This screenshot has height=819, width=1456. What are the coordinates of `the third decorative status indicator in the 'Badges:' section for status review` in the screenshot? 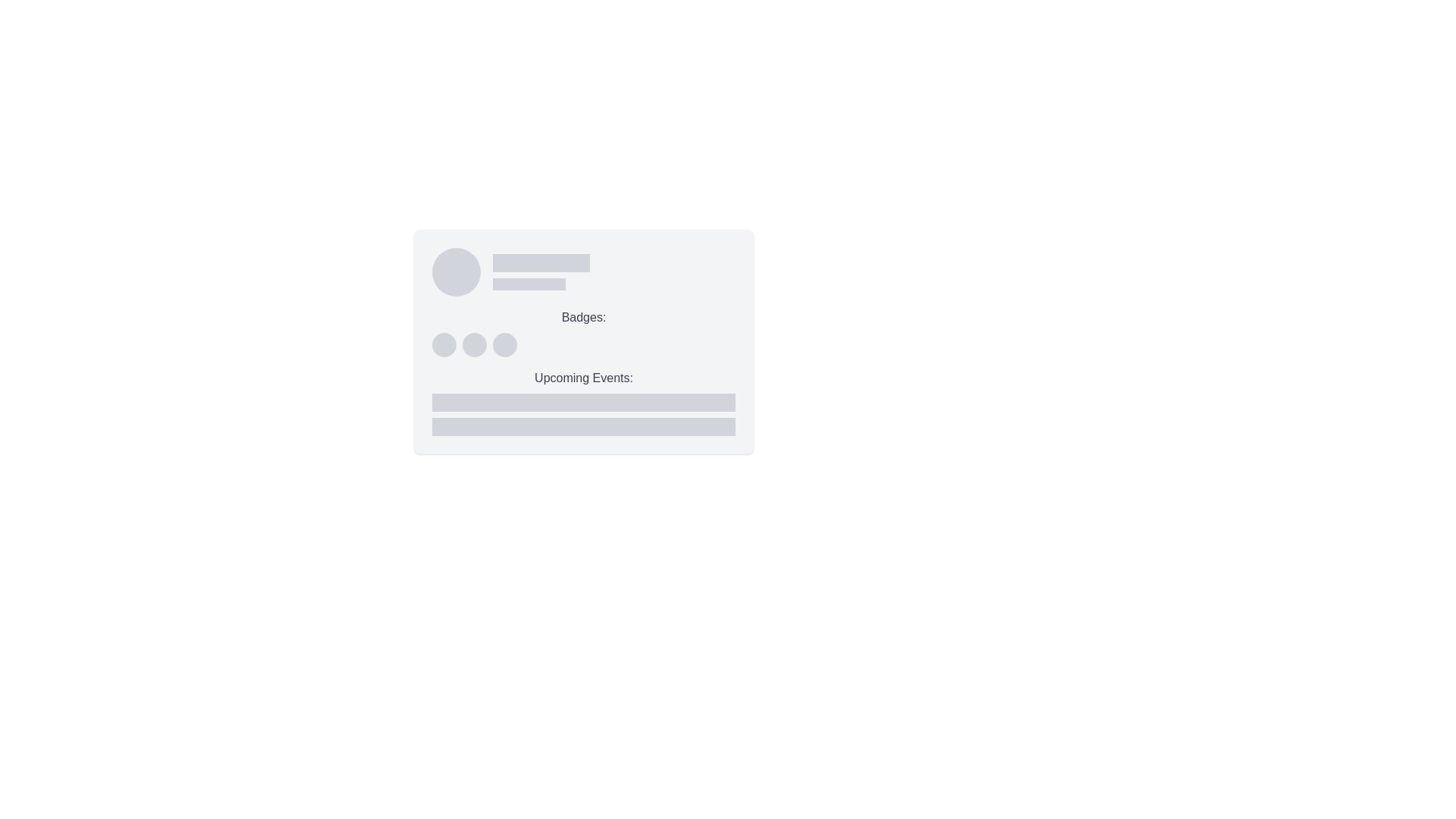 It's located at (505, 345).